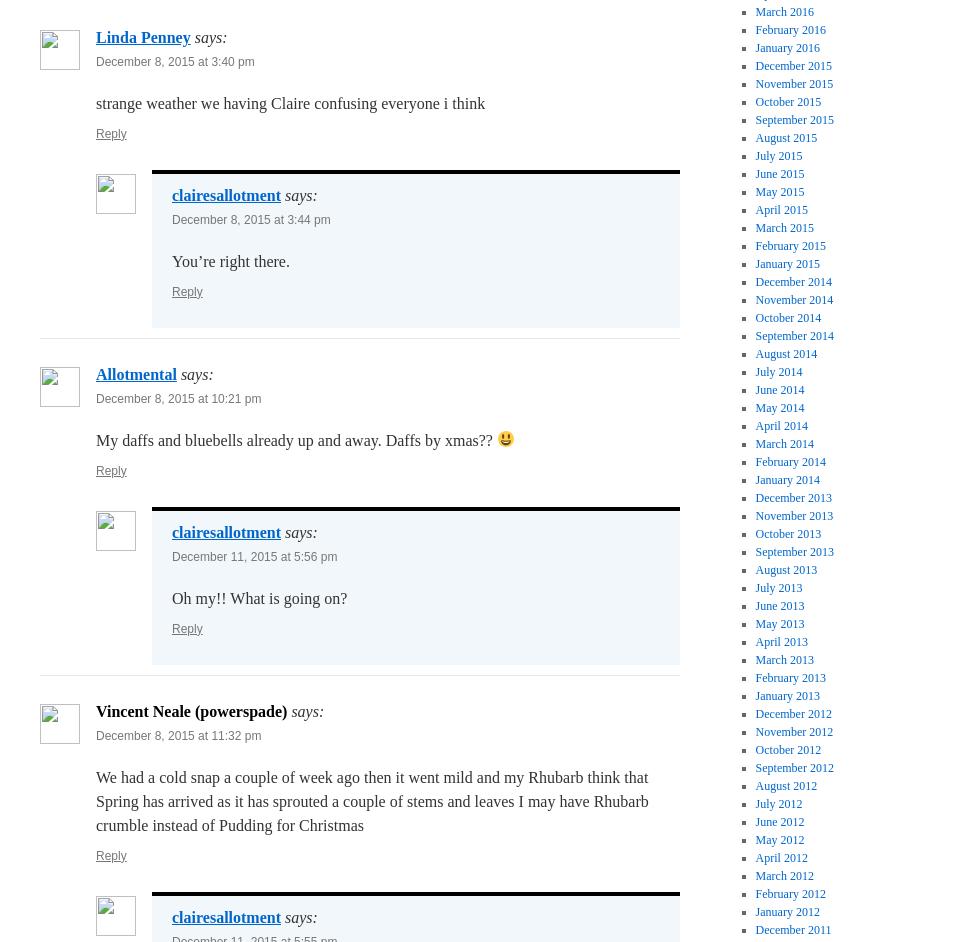 This screenshot has height=942, width=980. Describe the element at coordinates (785, 786) in the screenshot. I see `'August 2012'` at that location.